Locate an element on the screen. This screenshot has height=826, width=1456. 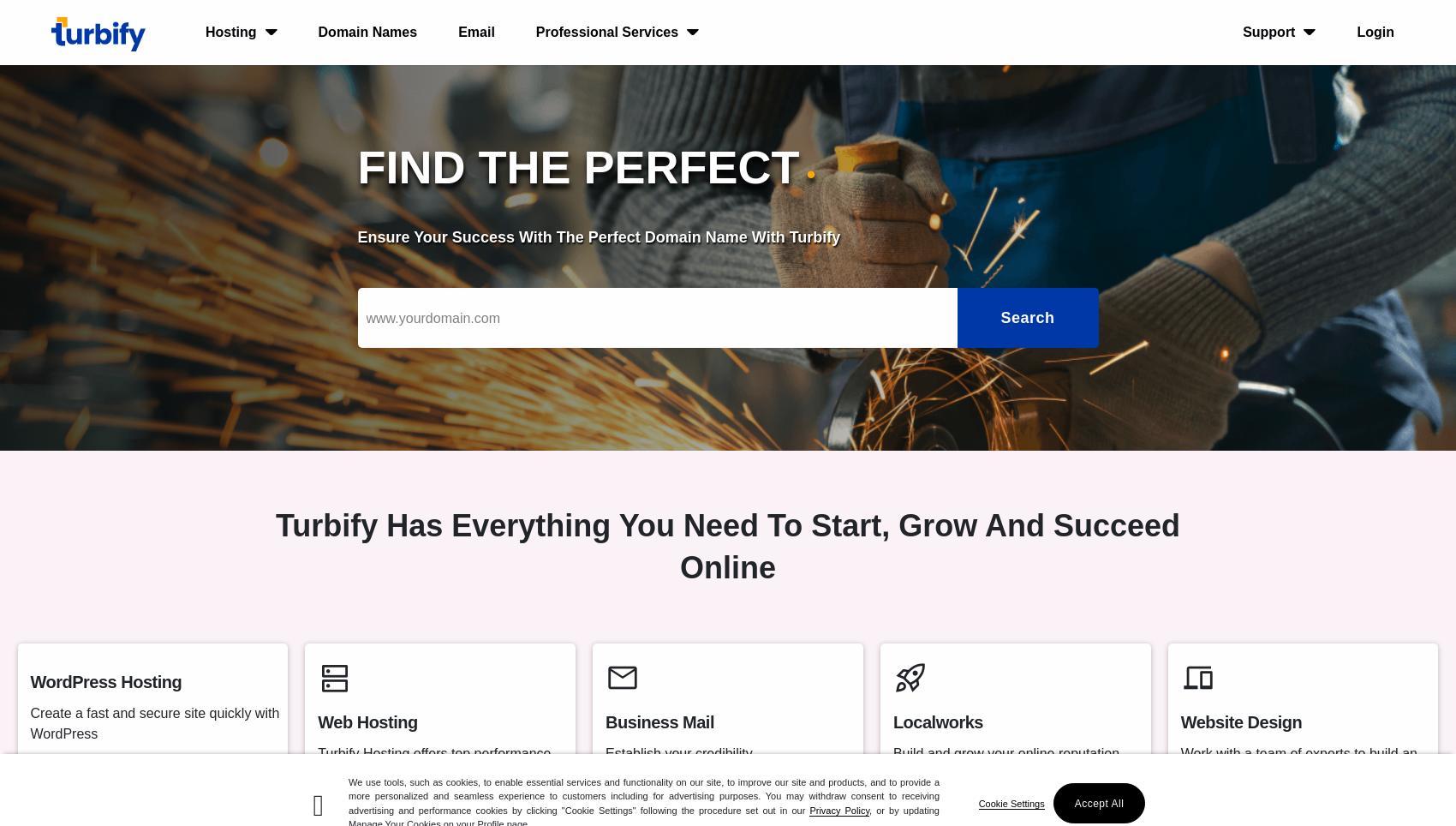
'mail' is located at coordinates (622, 677).